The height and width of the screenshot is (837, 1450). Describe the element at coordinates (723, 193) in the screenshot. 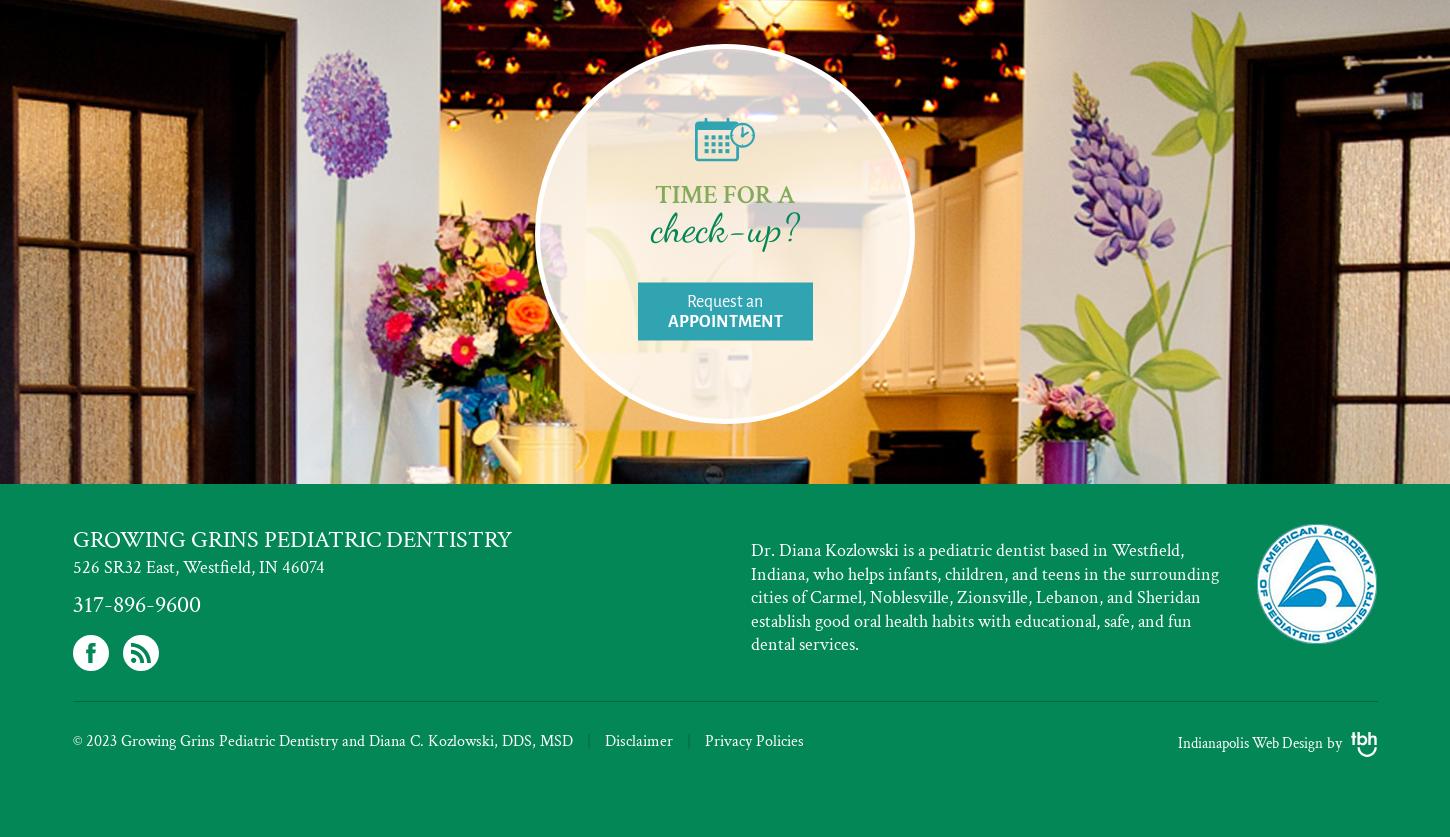

I see `'Time for a'` at that location.